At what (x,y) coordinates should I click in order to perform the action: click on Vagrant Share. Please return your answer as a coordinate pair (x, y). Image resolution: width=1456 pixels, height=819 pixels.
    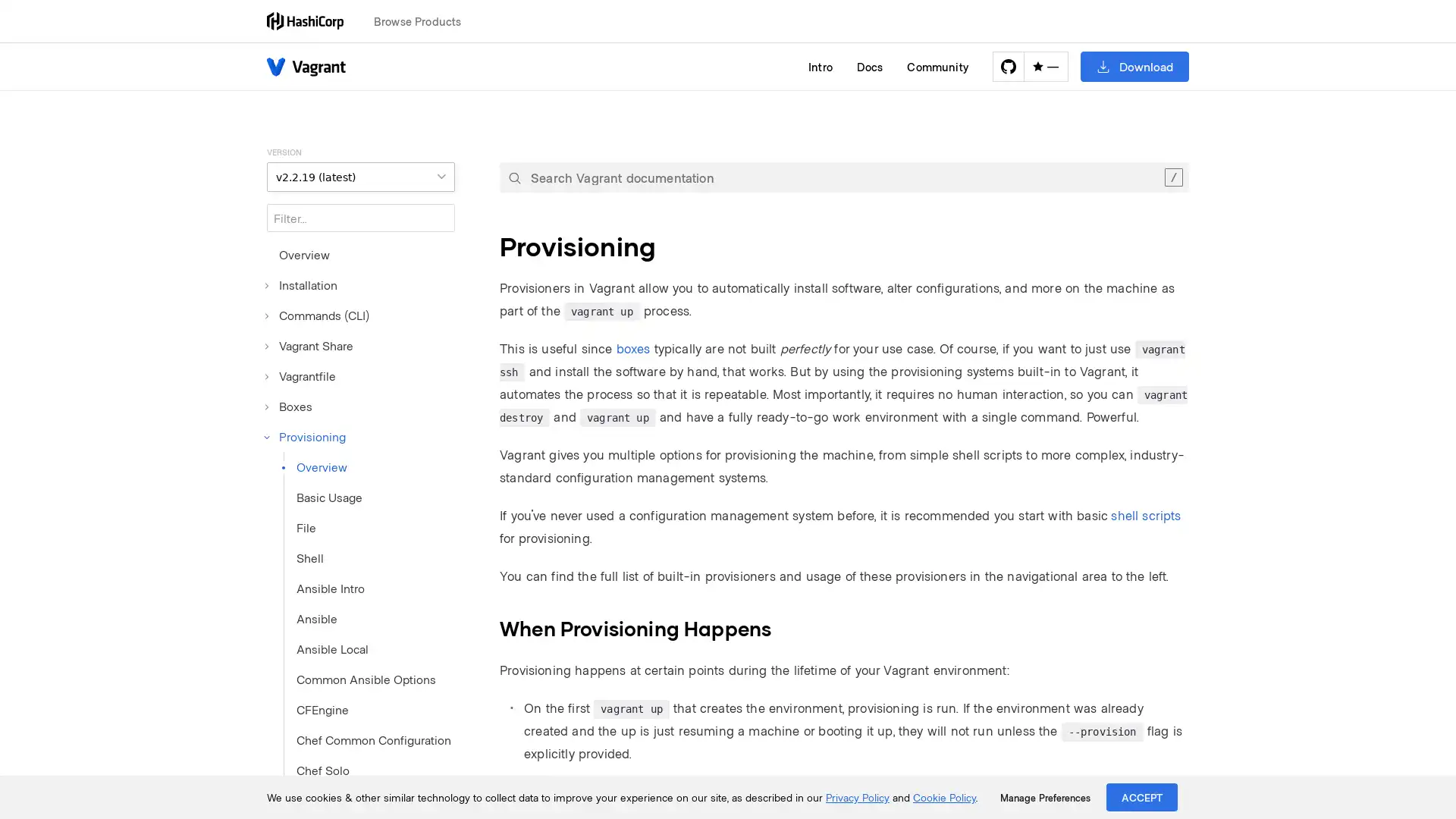
    Looking at the image, I should click on (309, 345).